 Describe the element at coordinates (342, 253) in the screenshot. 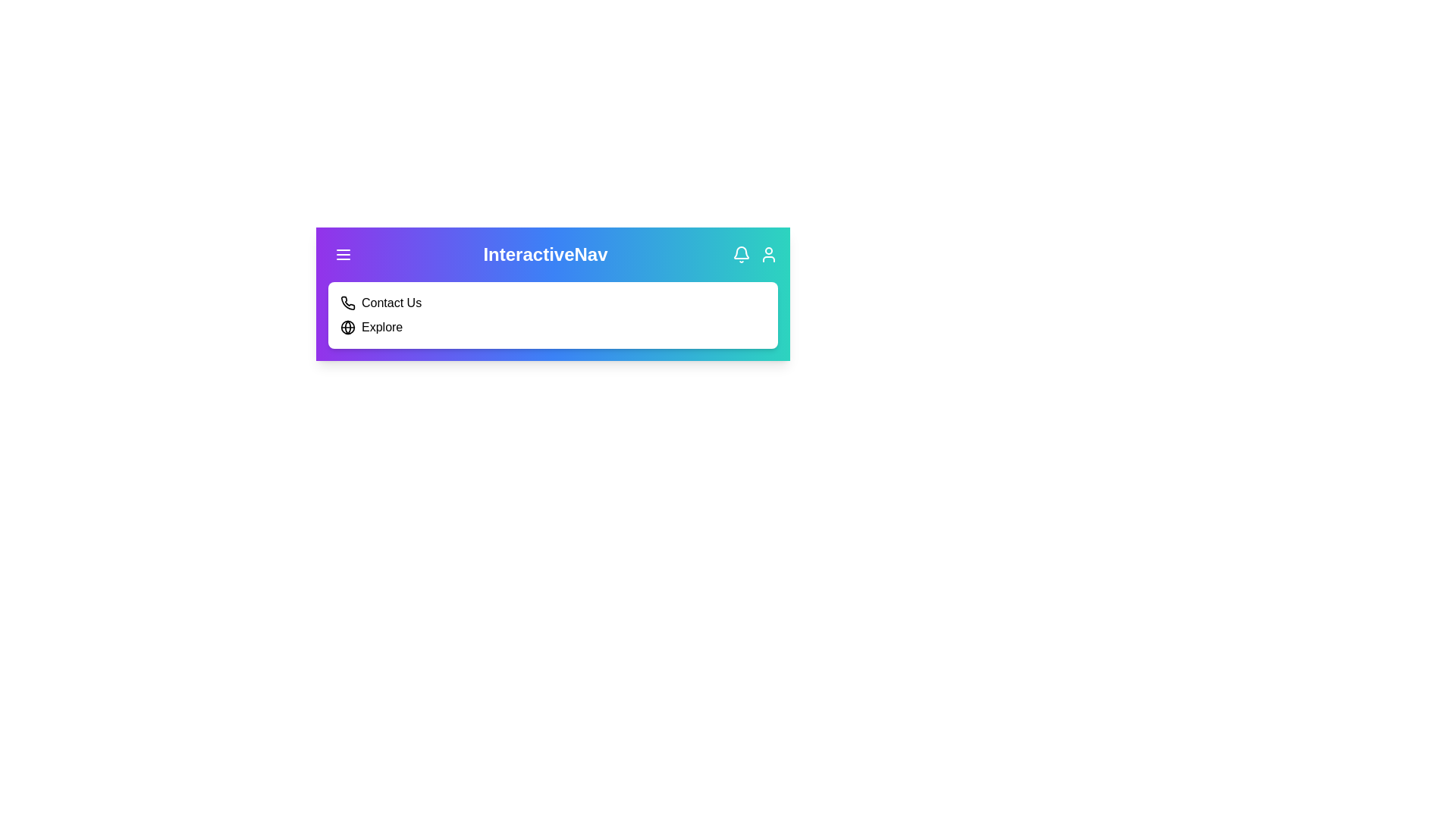

I see `the menu toggle button to expand or collapse the menu` at that location.